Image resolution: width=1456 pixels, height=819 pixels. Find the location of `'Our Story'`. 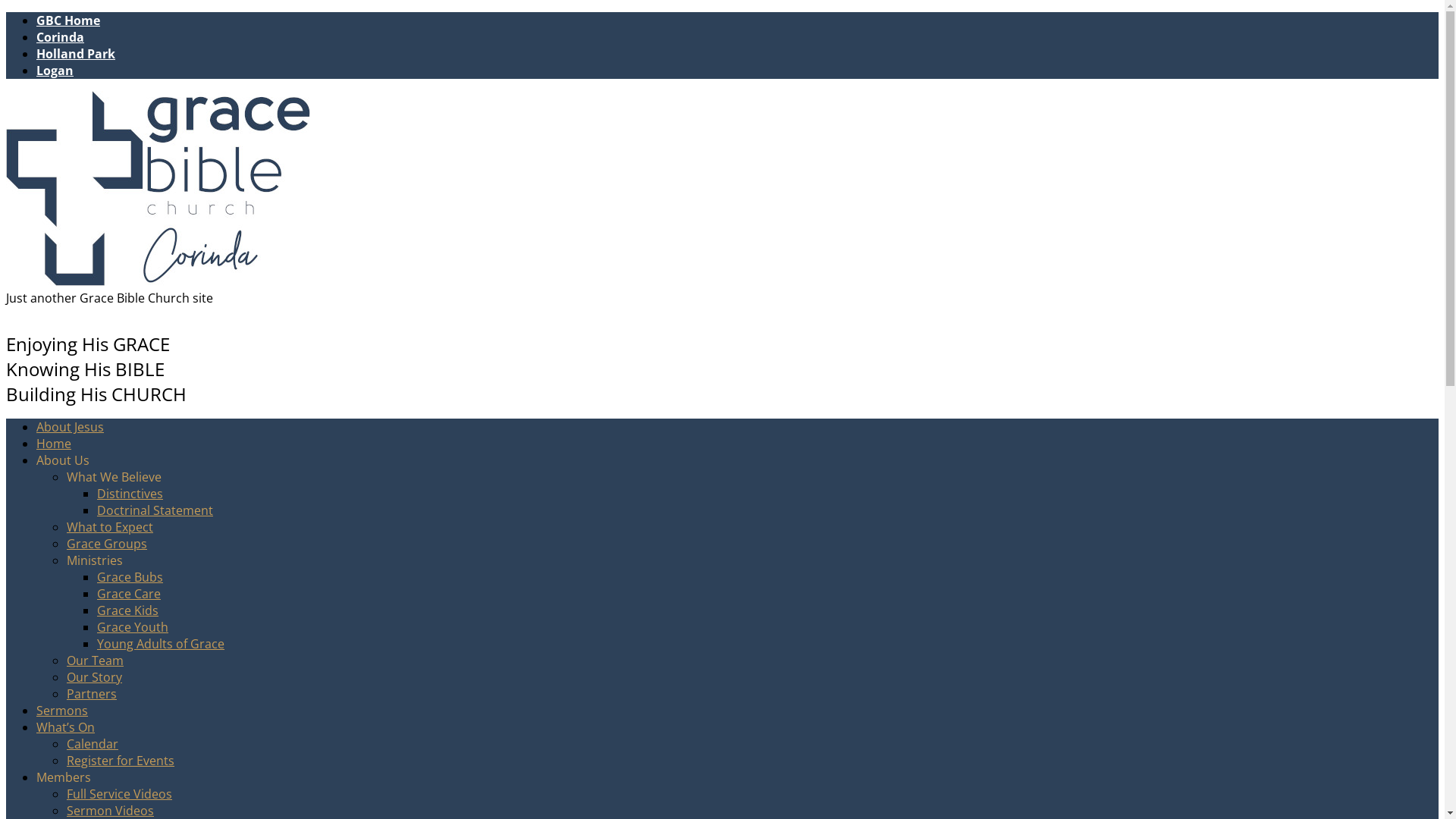

'Our Story' is located at coordinates (93, 676).